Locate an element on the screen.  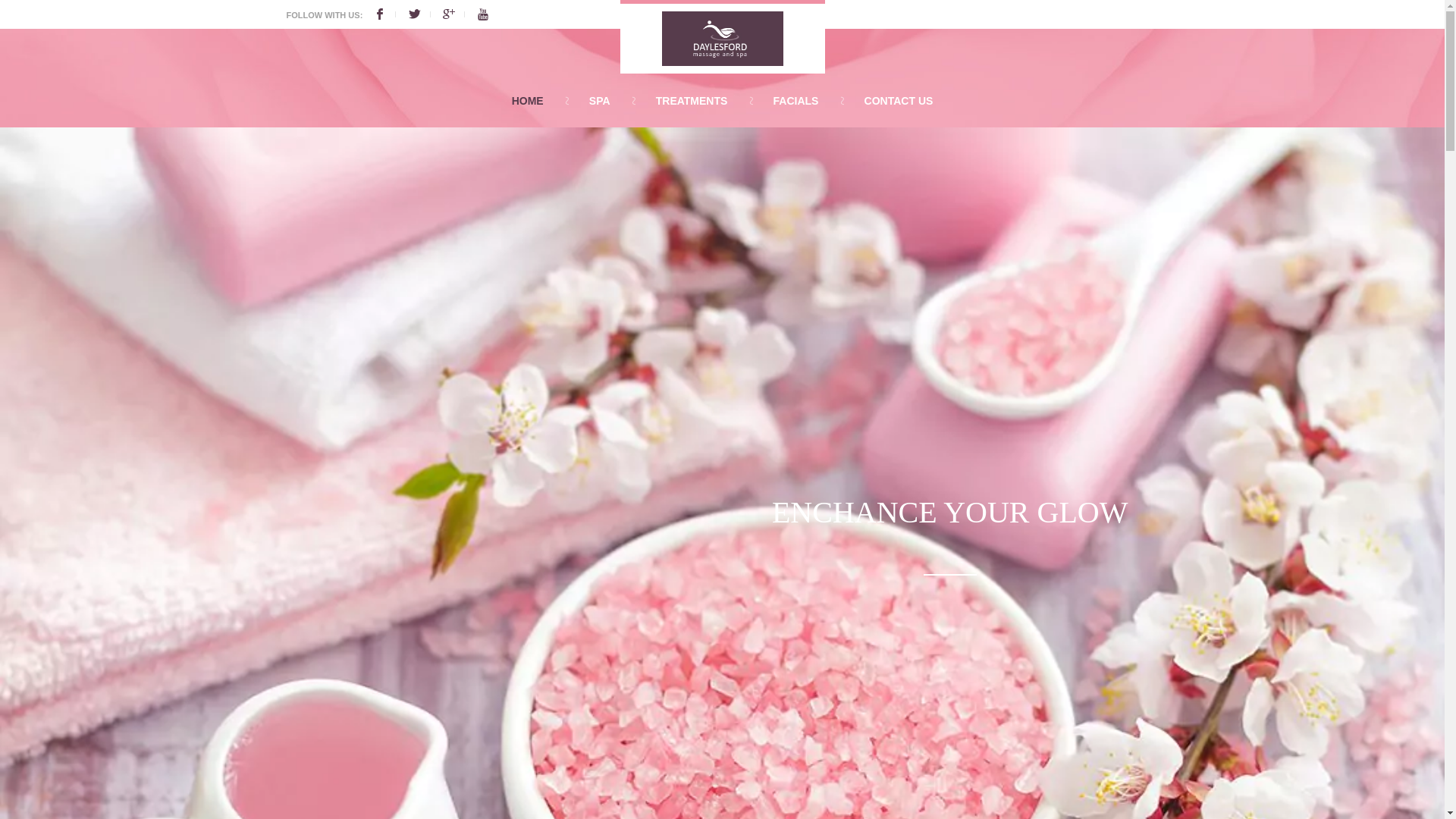
'FACIALS' is located at coordinates (795, 100).